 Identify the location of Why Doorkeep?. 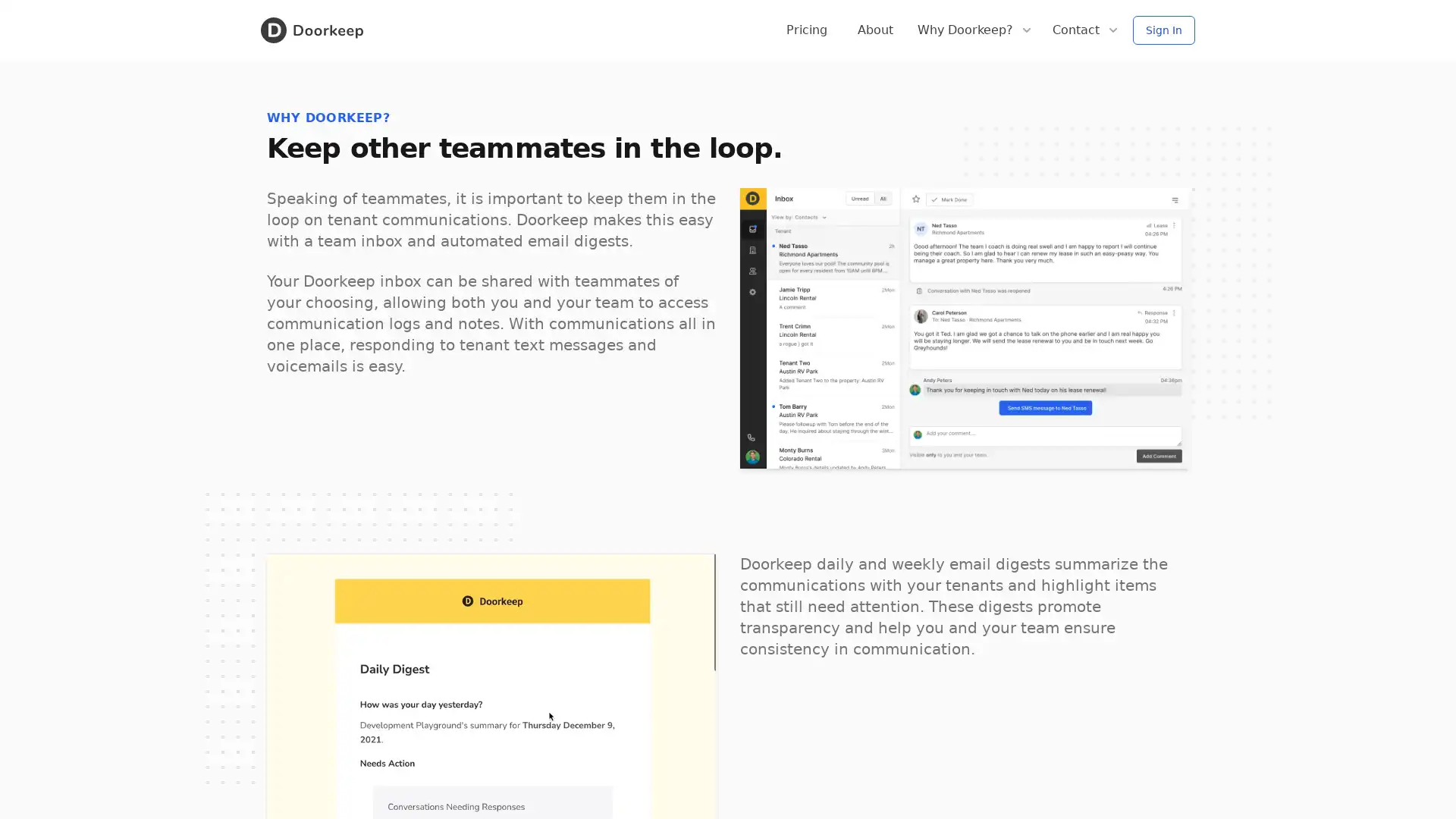
(975, 30).